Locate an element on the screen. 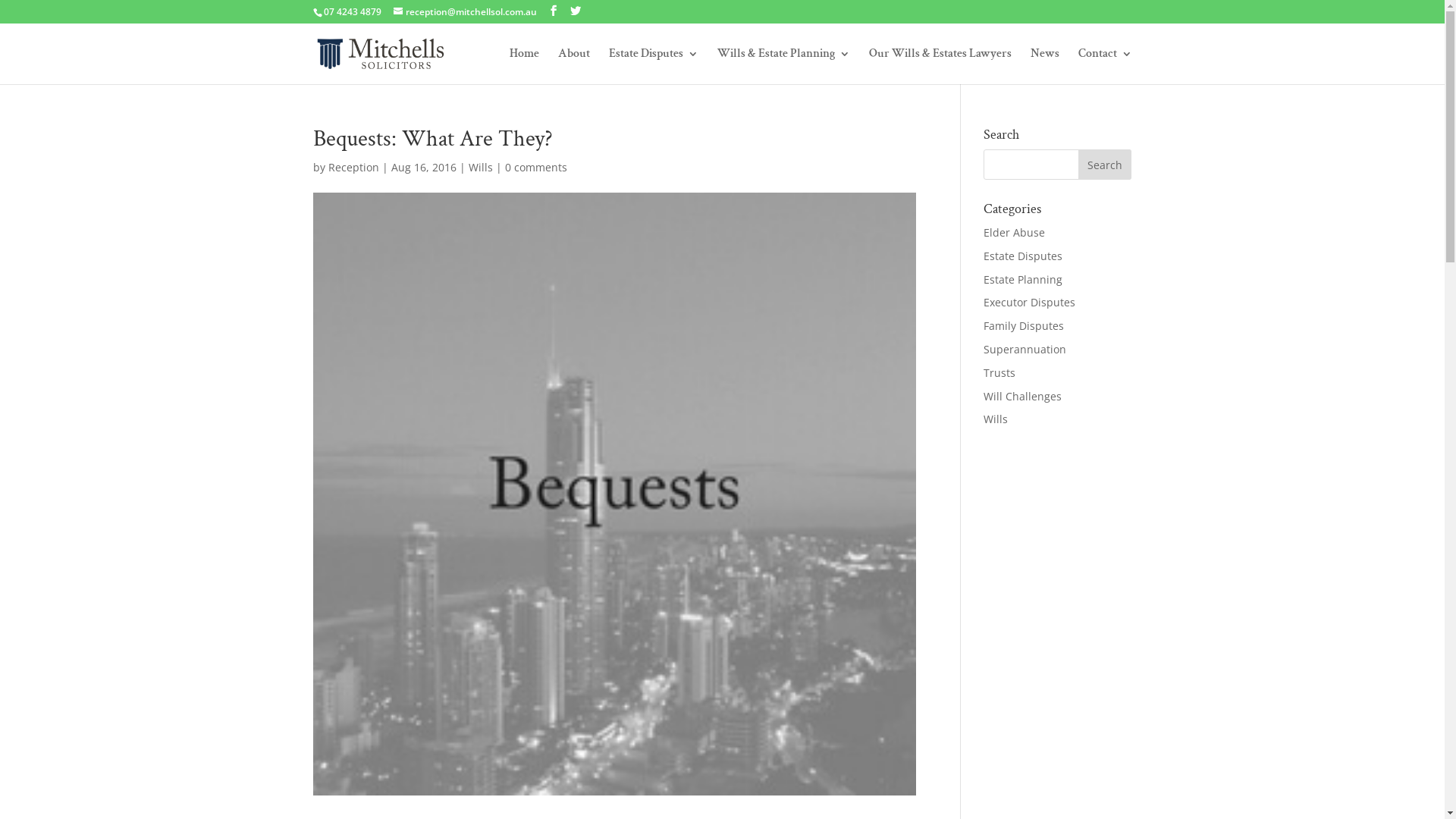 This screenshot has height=819, width=1456. 'Home' is located at coordinates (524, 65).